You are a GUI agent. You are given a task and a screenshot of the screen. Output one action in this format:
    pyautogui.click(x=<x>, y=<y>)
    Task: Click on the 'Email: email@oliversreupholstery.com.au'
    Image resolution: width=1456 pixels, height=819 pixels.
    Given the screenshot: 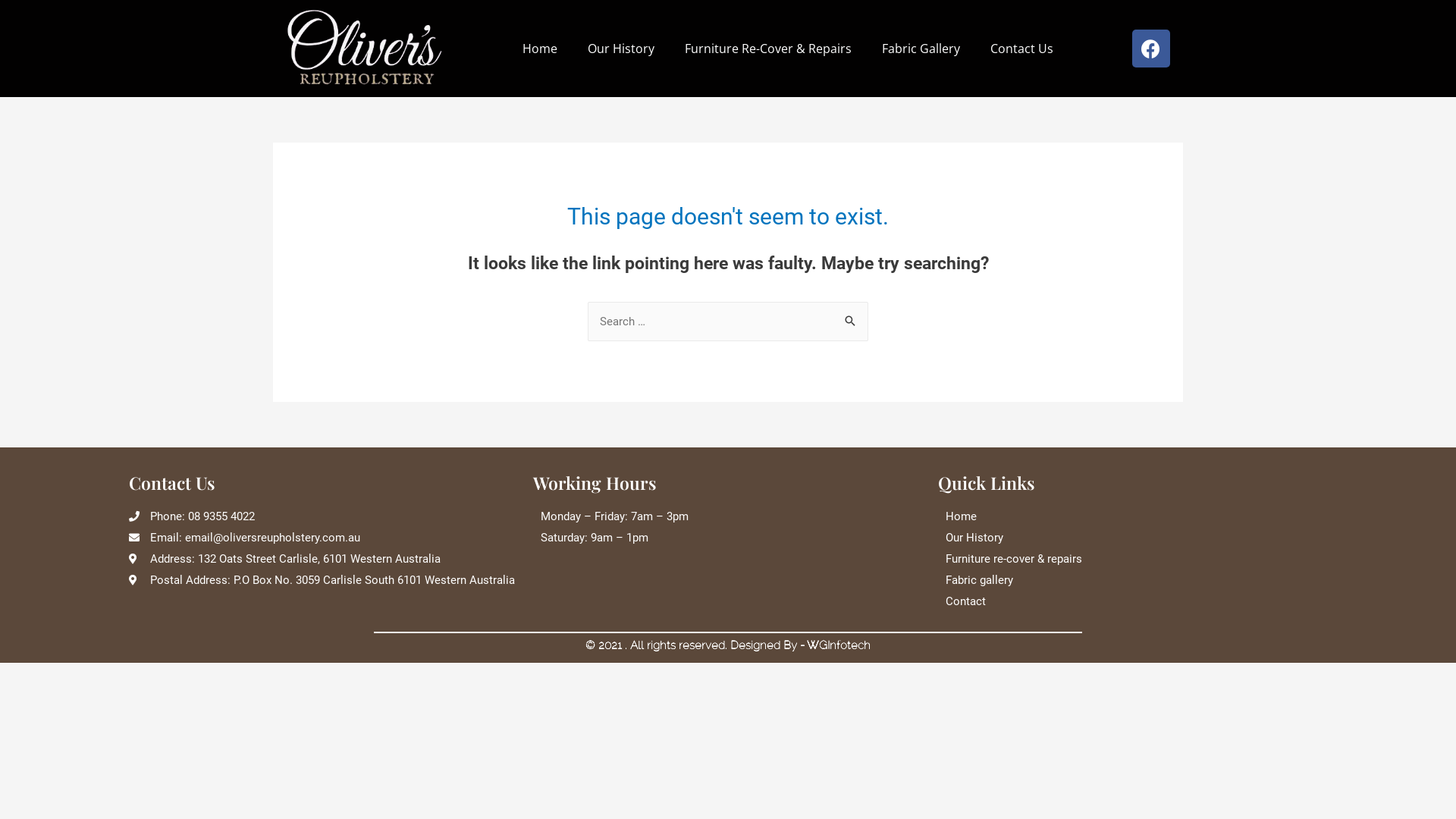 What is the action you would take?
    pyautogui.click(x=322, y=537)
    